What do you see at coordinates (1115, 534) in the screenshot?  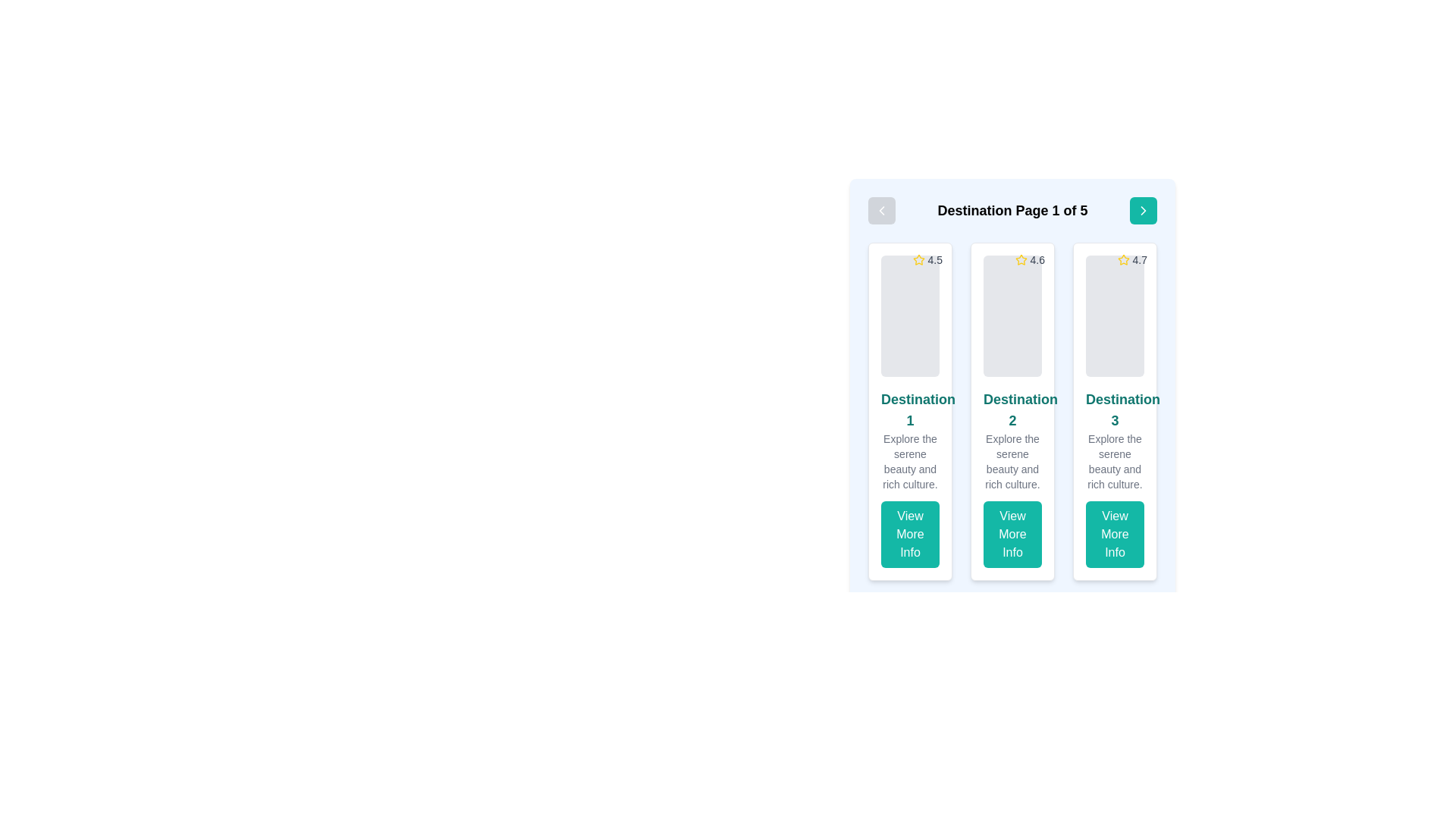 I see `the button located at the bottom of the card labeled 'Destination 3'` at bounding box center [1115, 534].